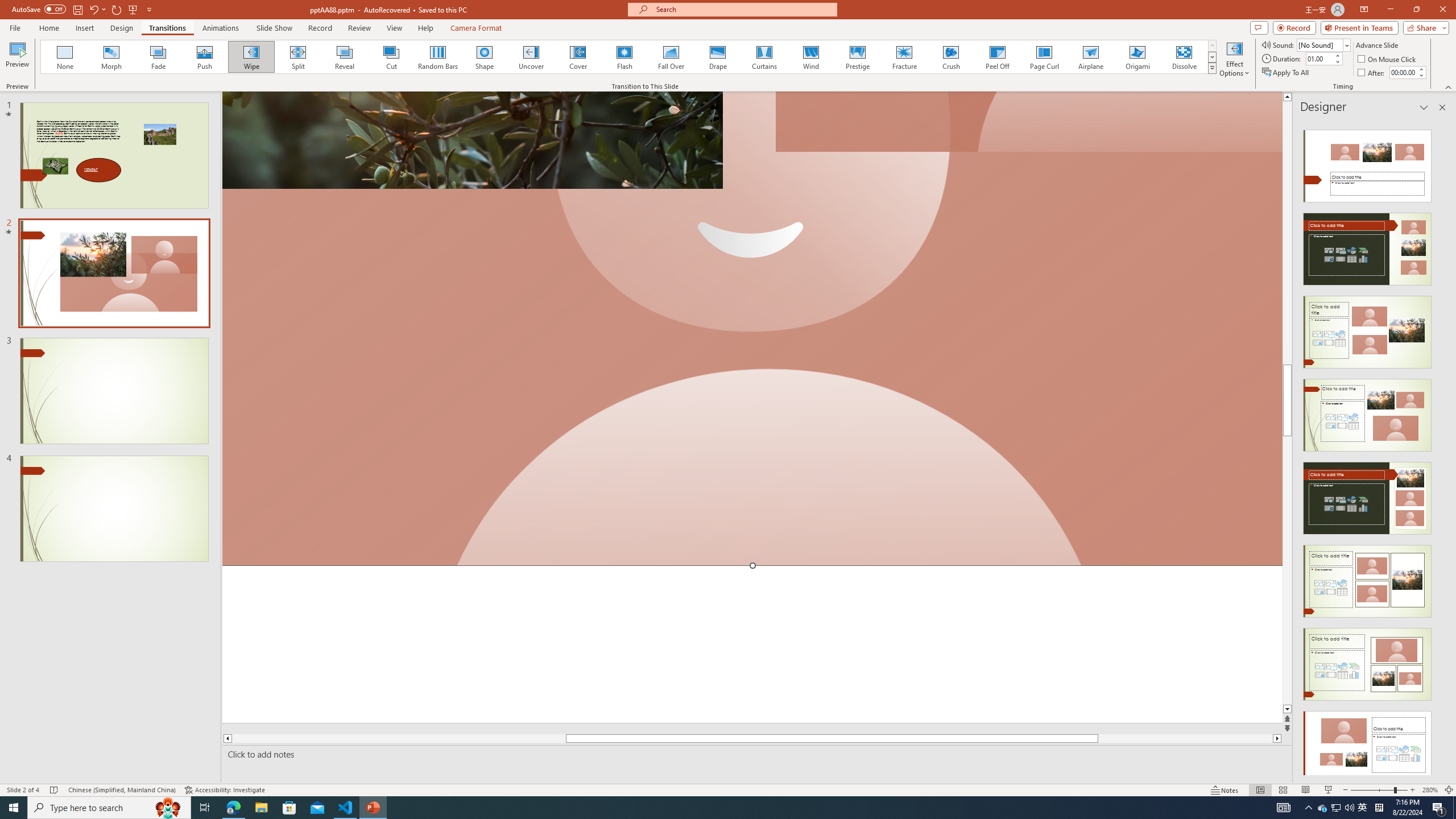  Describe the element at coordinates (122, 28) in the screenshot. I see `'Design'` at that location.